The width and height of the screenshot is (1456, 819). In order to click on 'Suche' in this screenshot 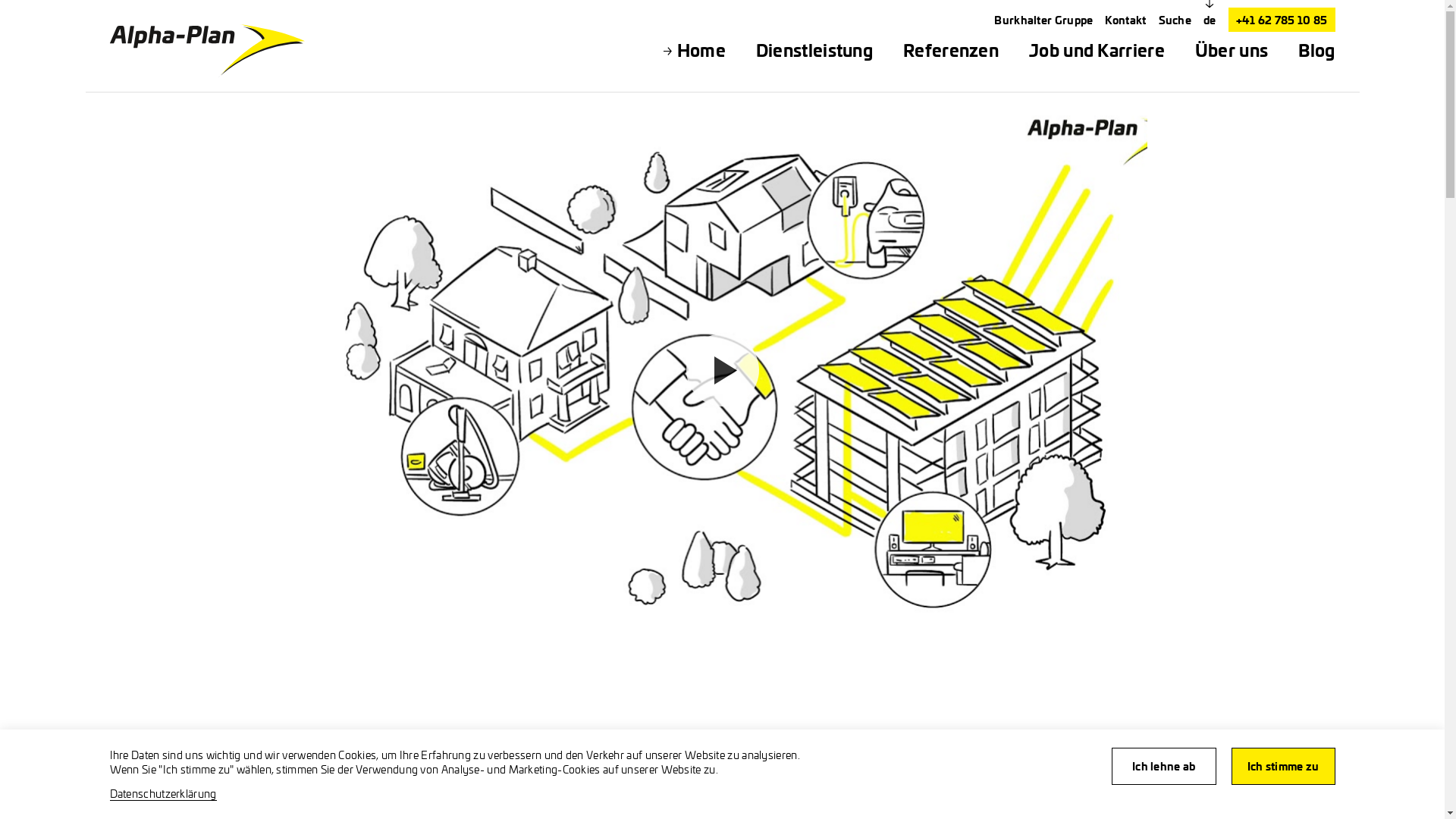, I will do `click(1175, 20)`.